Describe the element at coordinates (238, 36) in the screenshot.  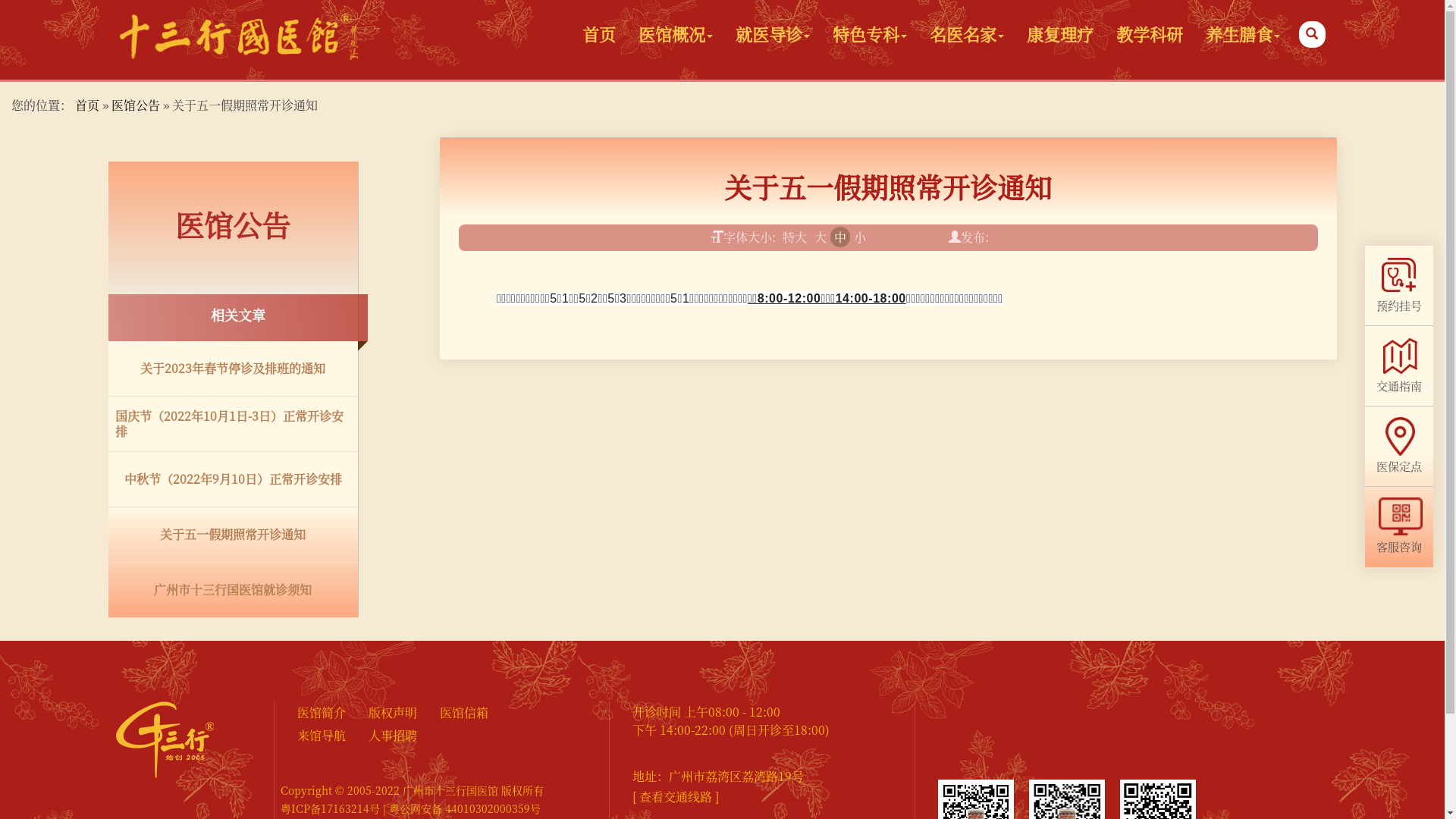
I see `'logo'` at that location.